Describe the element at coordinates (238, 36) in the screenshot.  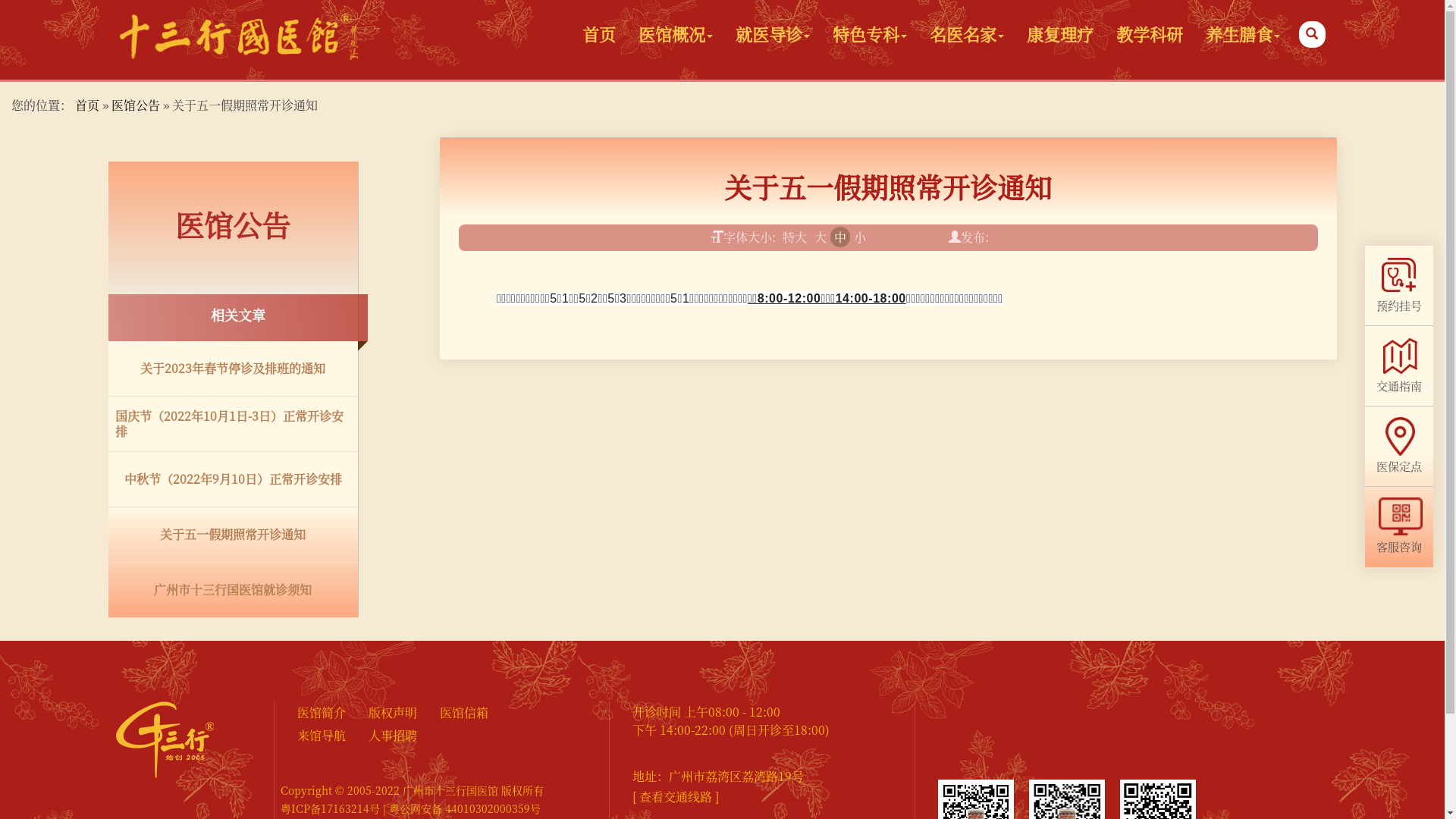
I see `'logo'` at that location.